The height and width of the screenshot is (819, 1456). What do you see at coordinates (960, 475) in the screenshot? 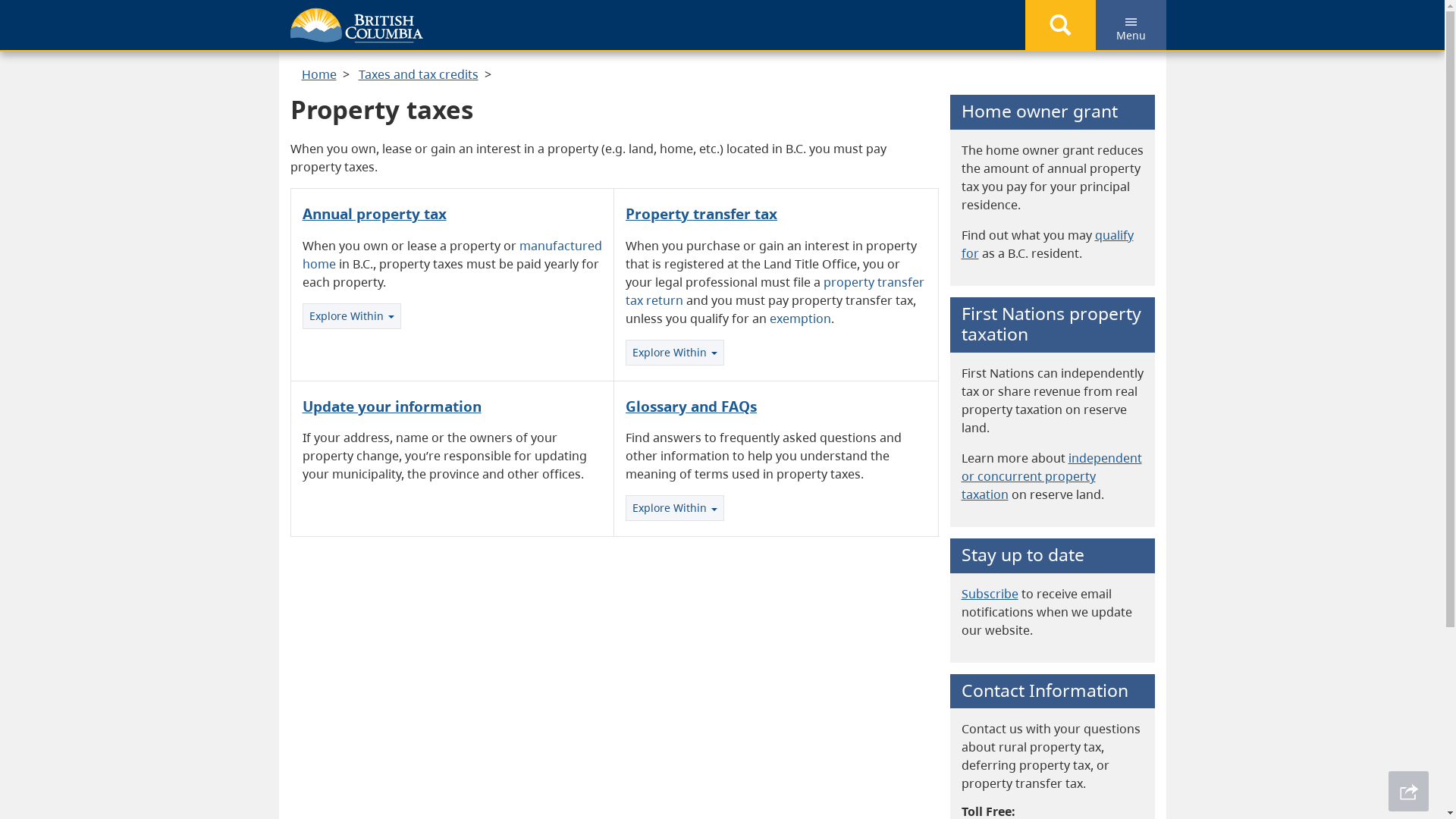
I see `'independent or concurrent property taxation'` at bounding box center [960, 475].